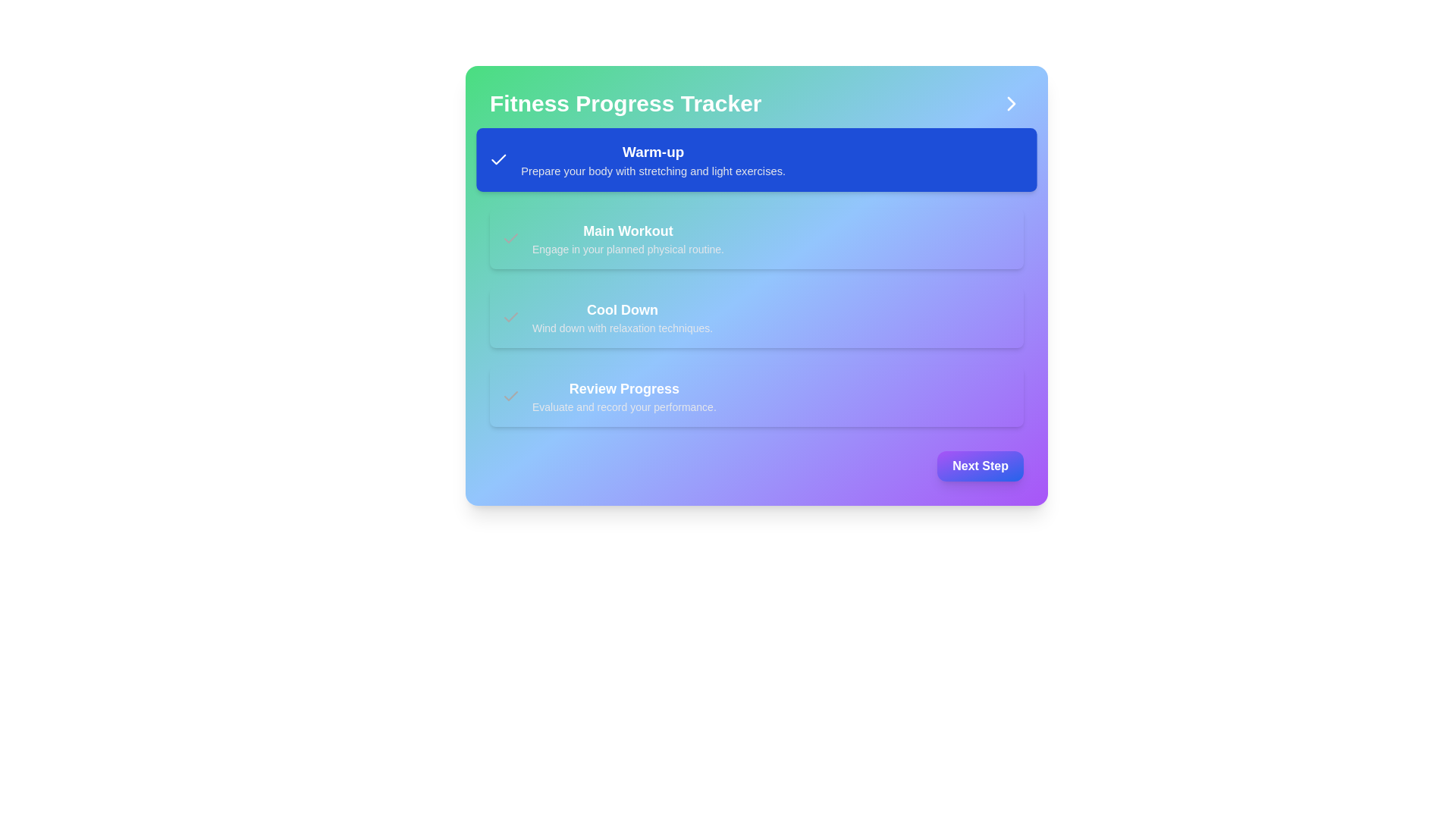 This screenshot has width=1456, height=819. Describe the element at coordinates (757, 239) in the screenshot. I see `the 'Main Workout' labeled card element, which is the second card in the 'Fitness Progress Tracker' section` at that location.